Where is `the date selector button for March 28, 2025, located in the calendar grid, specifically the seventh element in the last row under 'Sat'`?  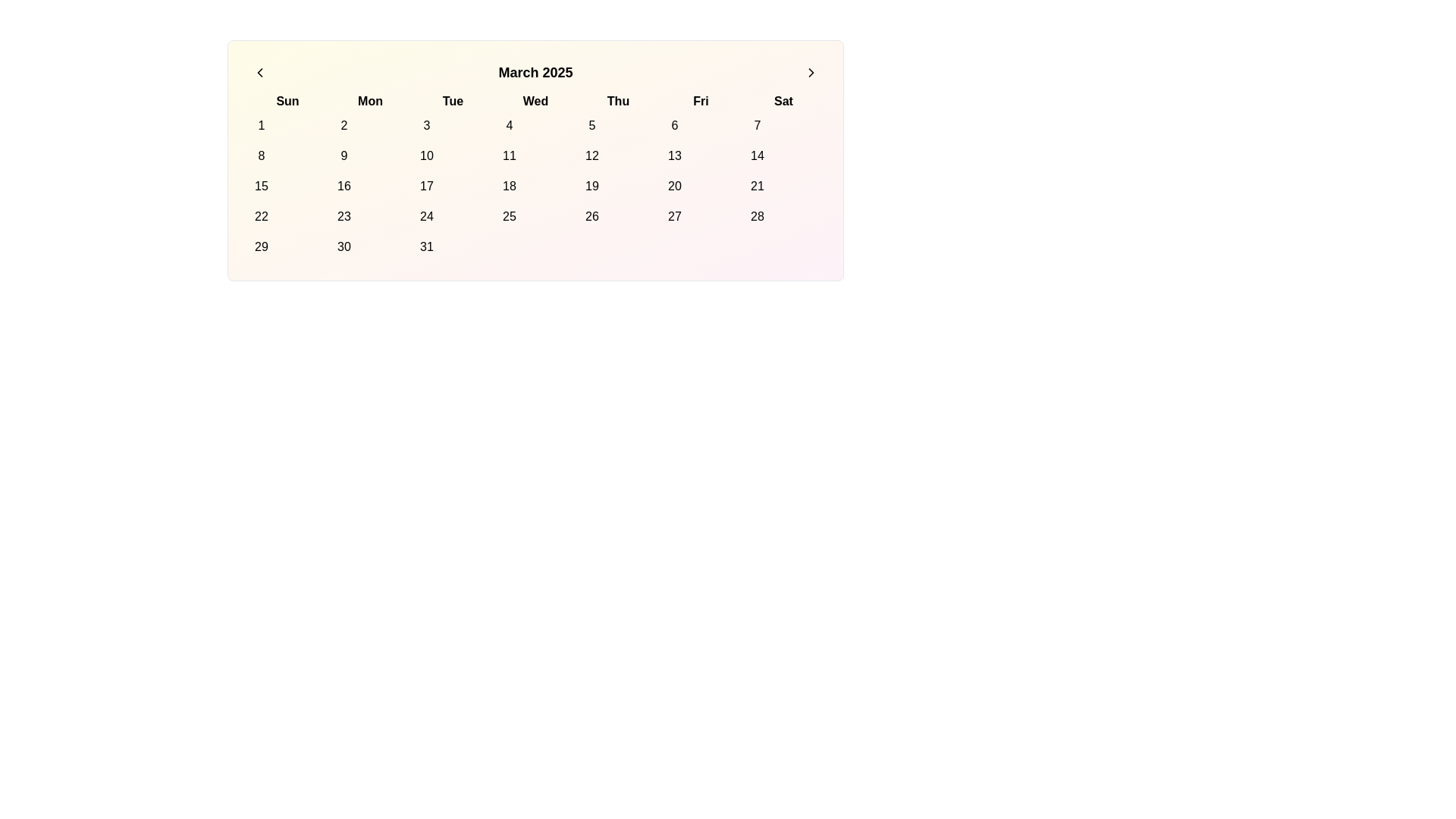
the date selector button for March 28, 2025, located in the calendar grid, specifically the seventh element in the last row under 'Sat' is located at coordinates (757, 216).